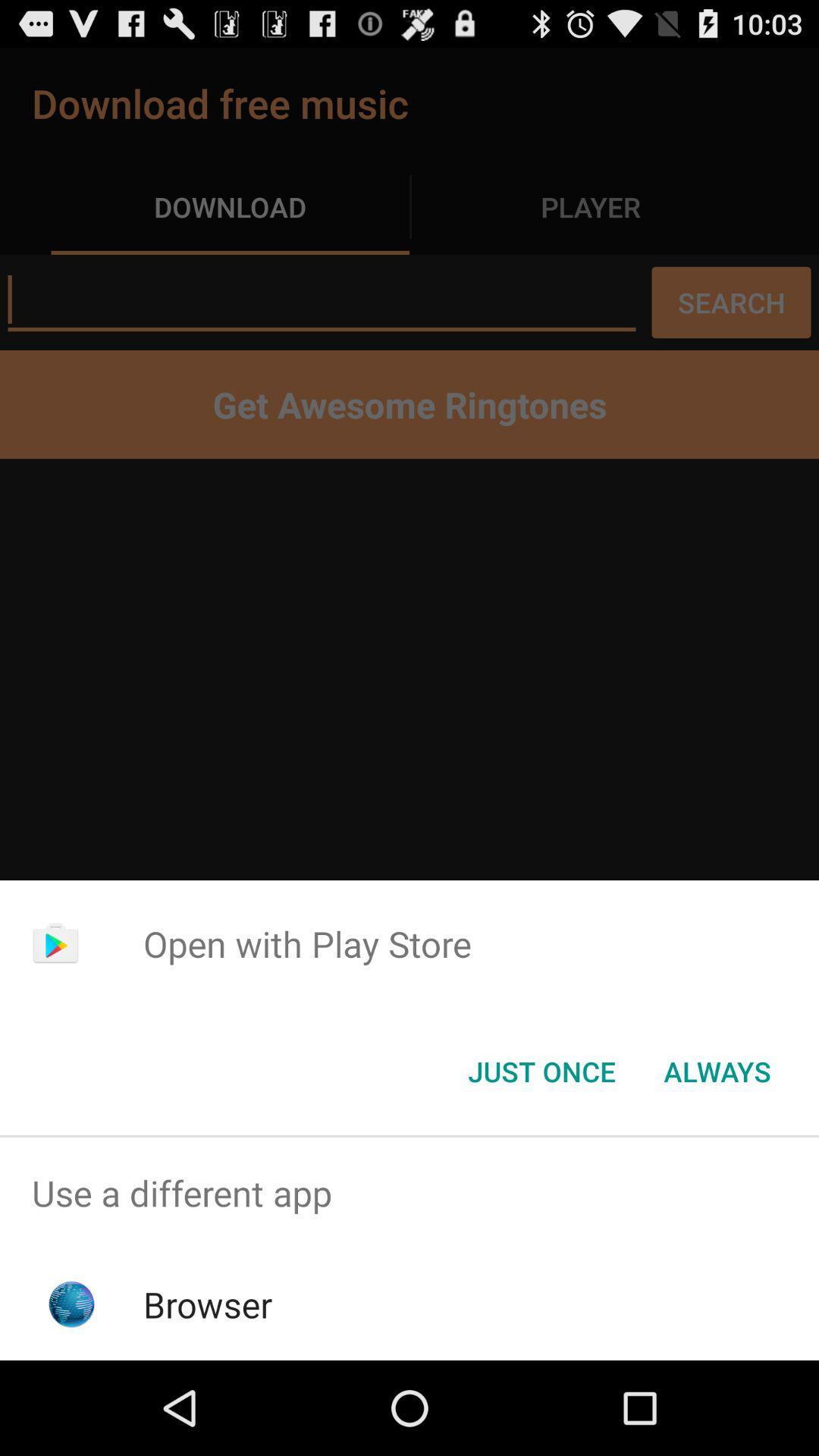 This screenshot has width=819, height=1456. Describe the element at coordinates (717, 1070) in the screenshot. I see `the item next to just once icon` at that location.